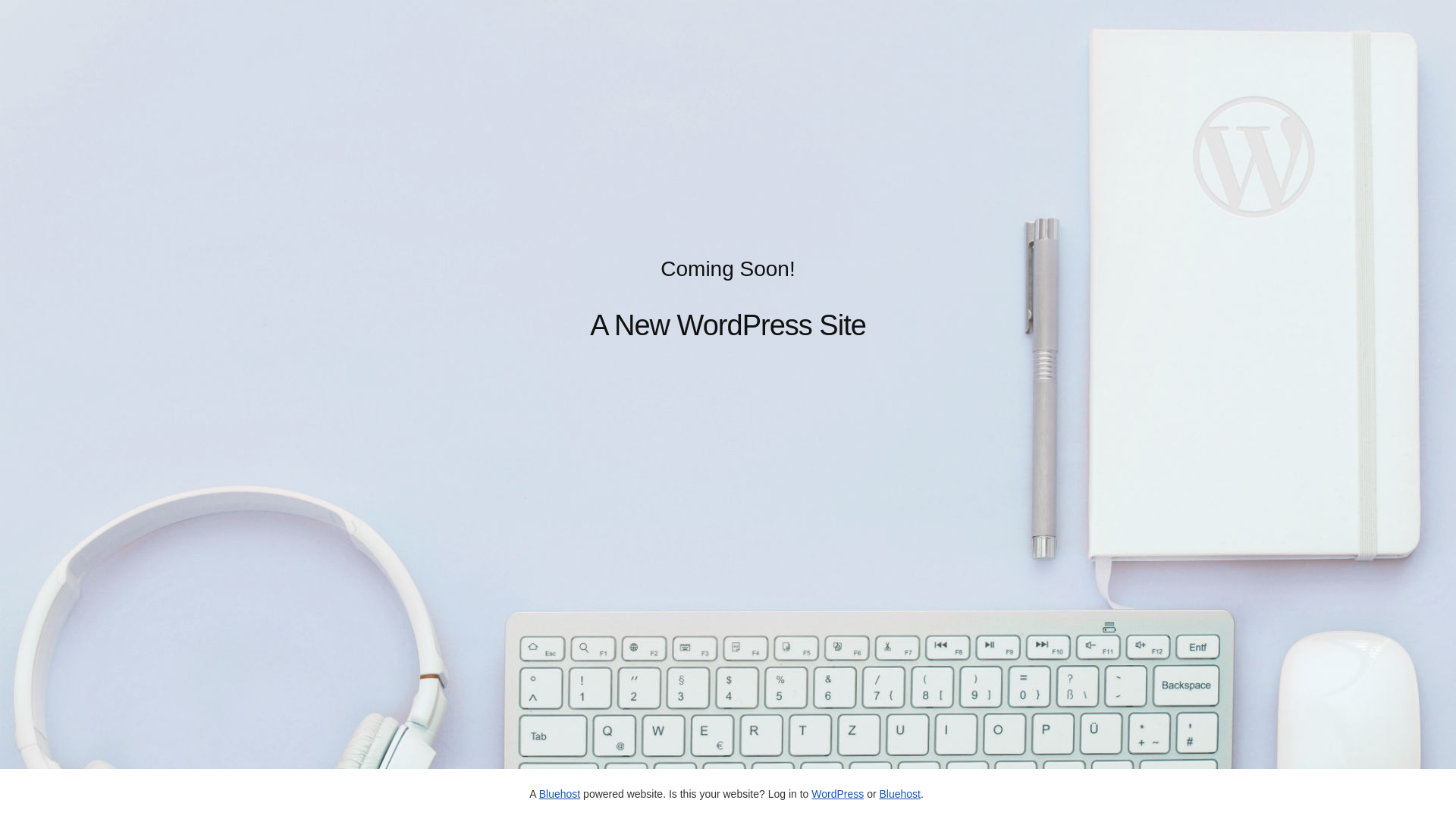 This screenshot has height=819, width=1456. What do you see at coordinates (836, 792) in the screenshot?
I see `'WordPress'` at bounding box center [836, 792].